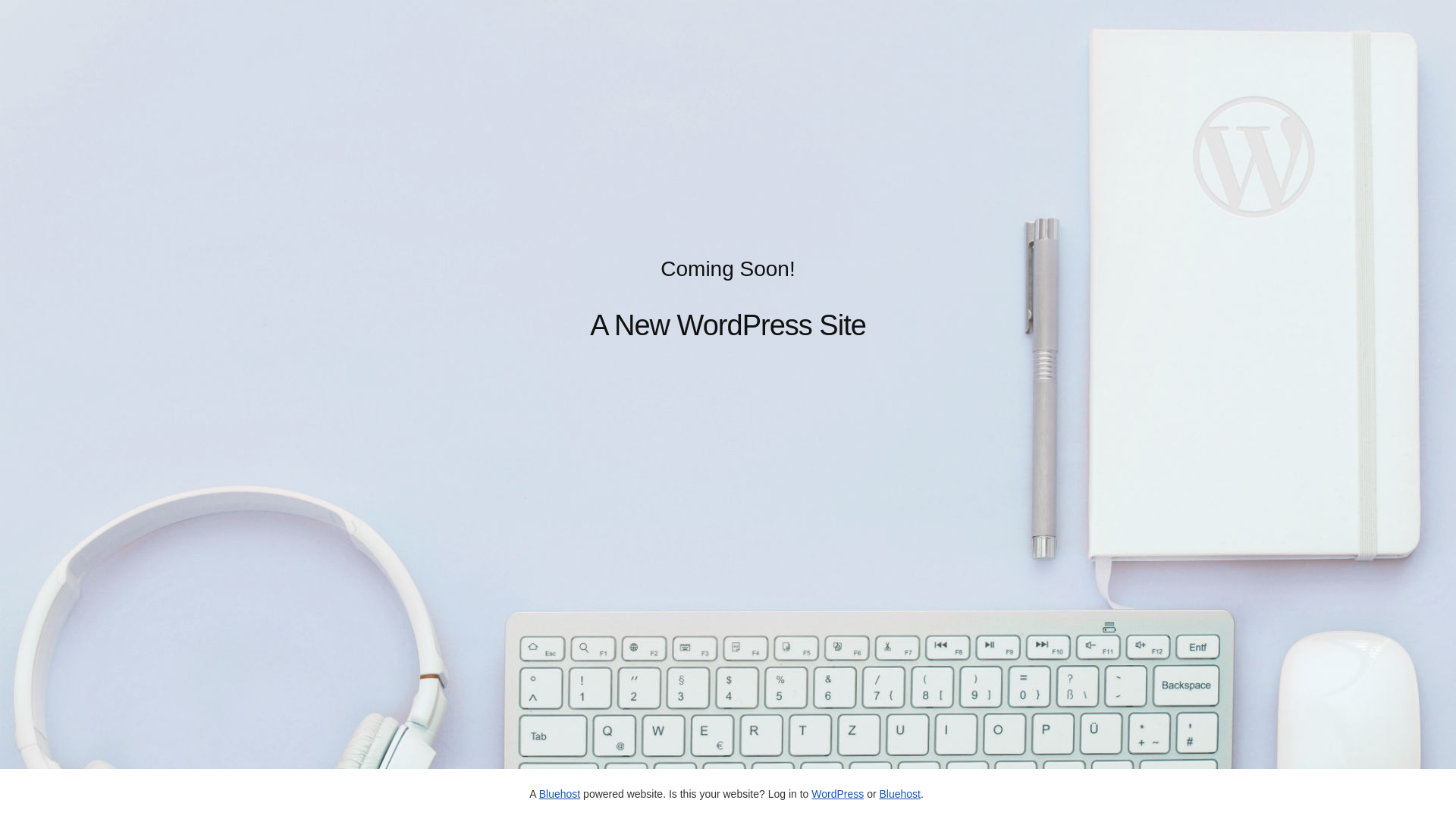 This screenshot has height=819, width=1456. What do you see at coordinates (836, 792) in the screenshot?
I see `'WordPress'` at bounding box center [836, 792].